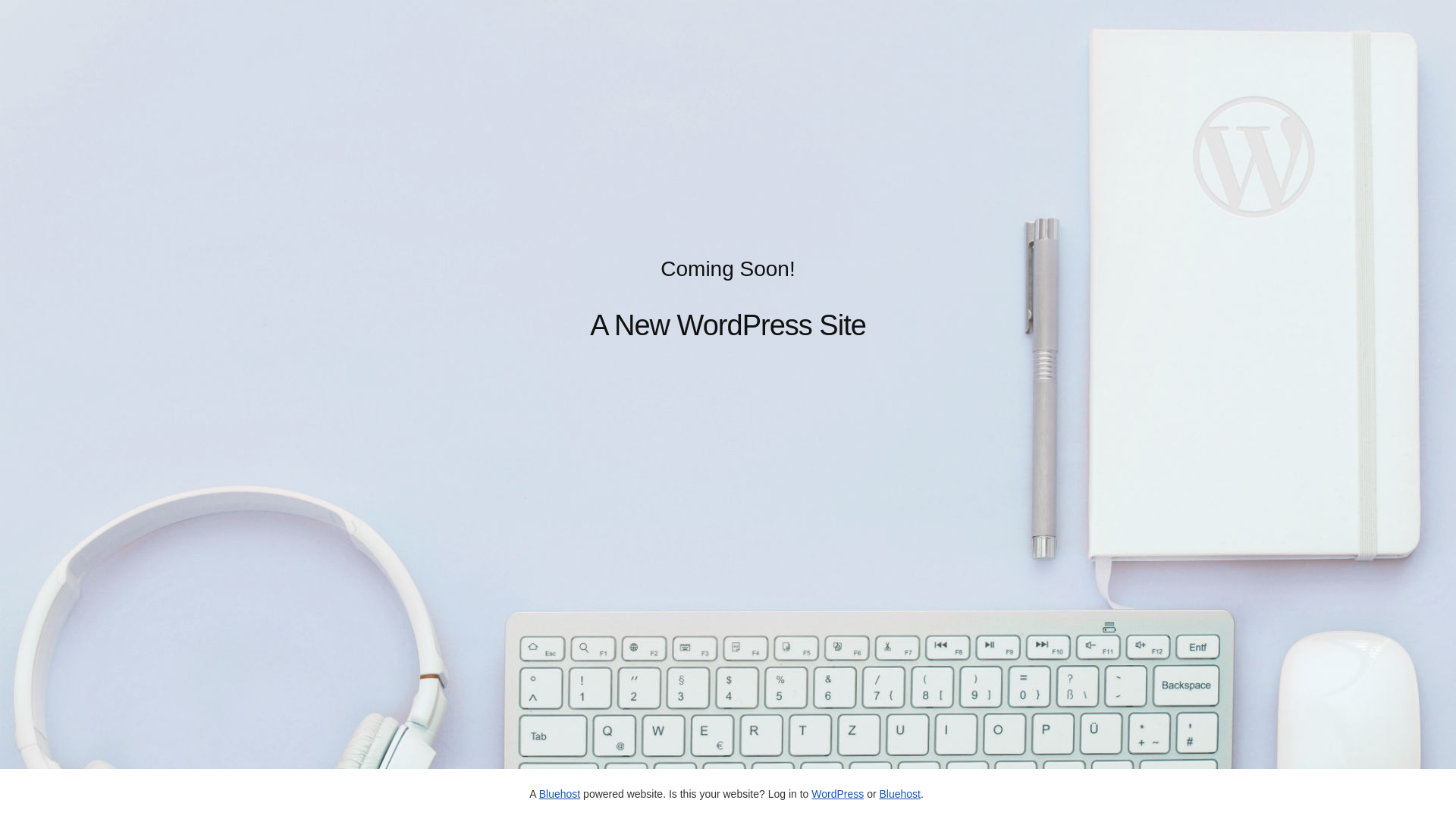 This screenshot has height=819, width=1456. What do you see at coordinates (836, 792) in the screenshot?
I see `'WordPress'` at bounding box center [836, 792].